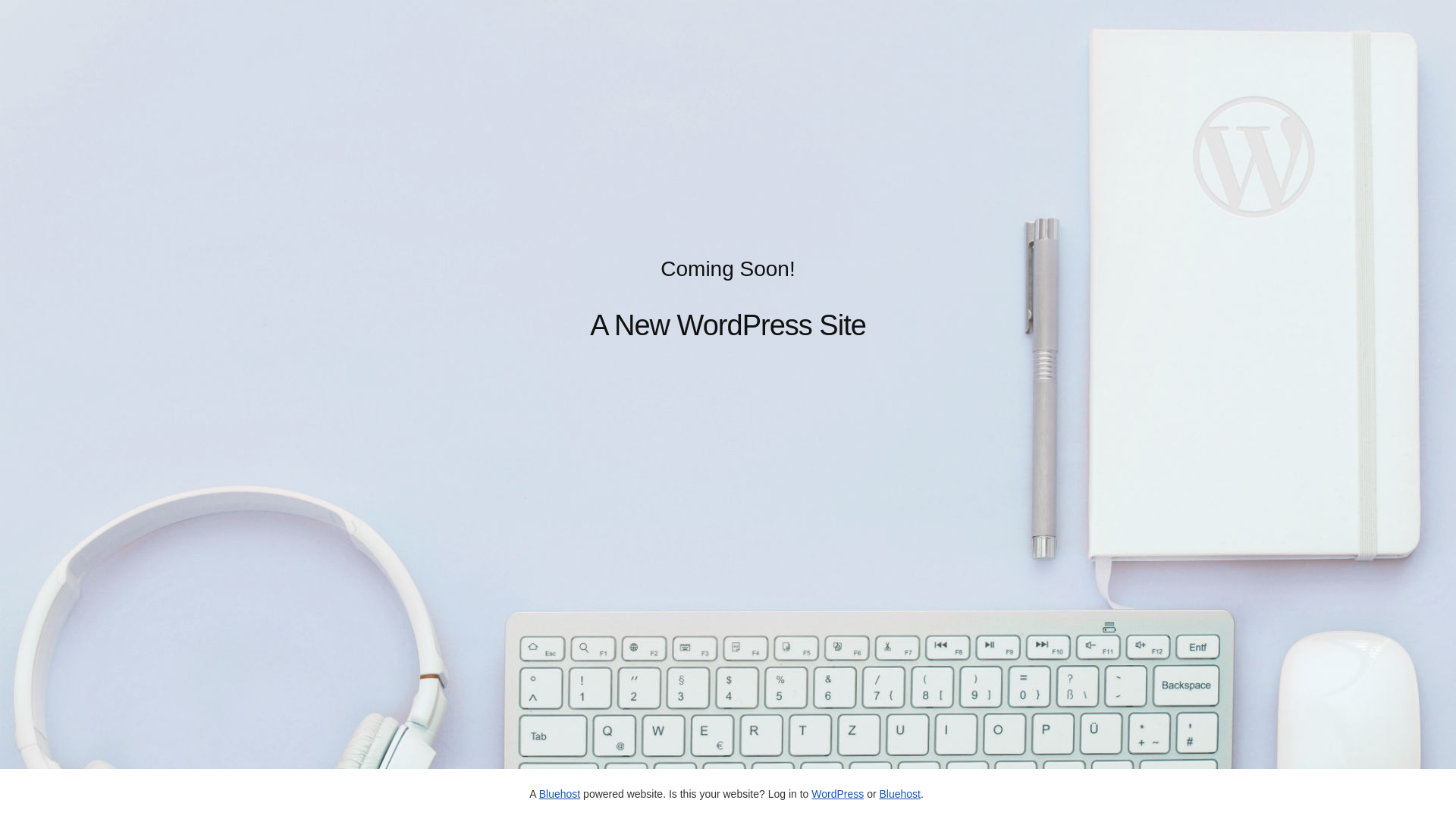 This screenshot has height=819, width=1456. What do you see at coordinates (836, 792) in the screenshot?
I see `'WordPress'` at bounding box center [836, 792].